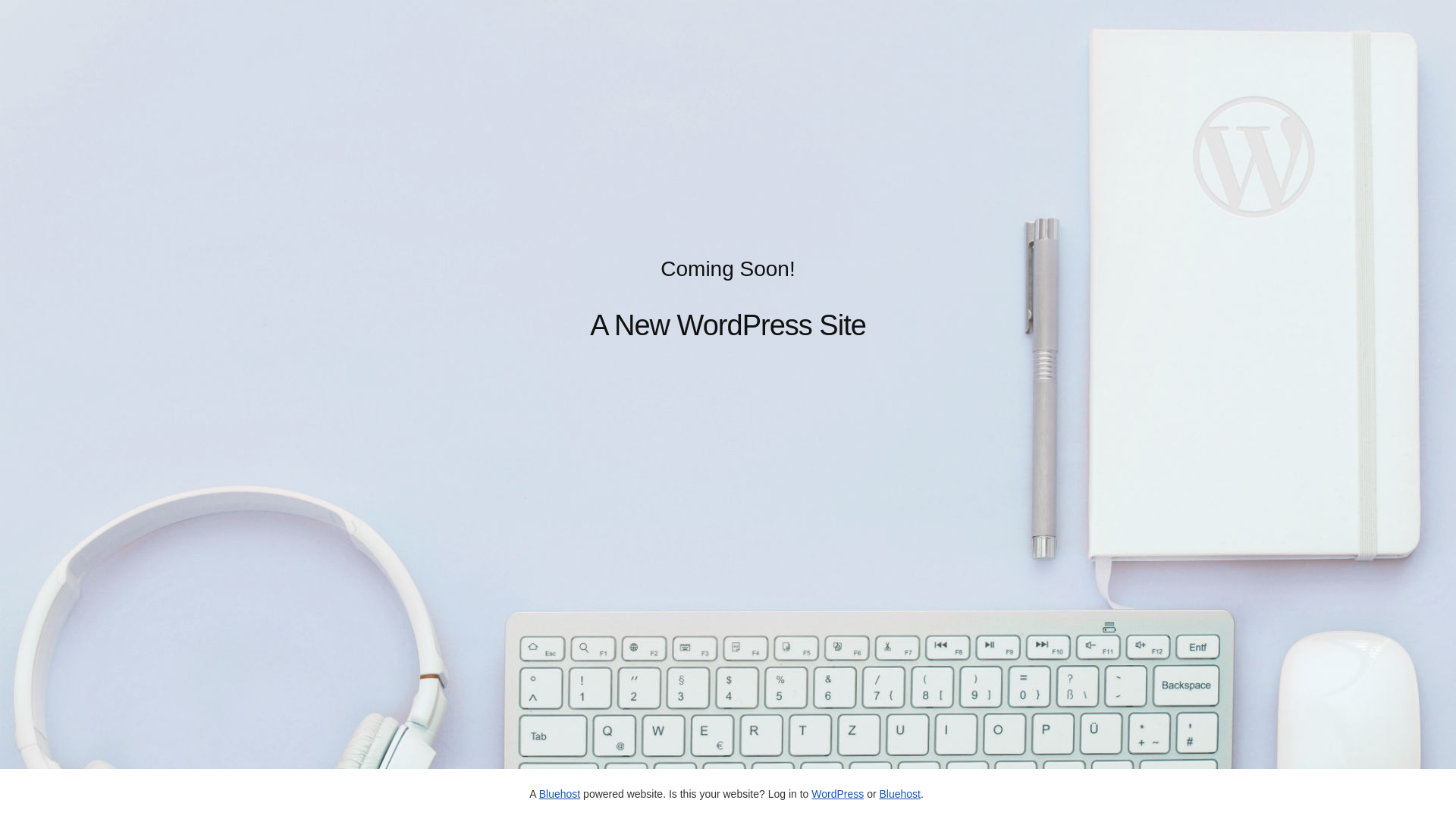 This screenshot has height=819, width=1456. What do you see at coordinates (836, 792) in the screenshot?
I see `'WordPress'` at bounding box center [836, 792].